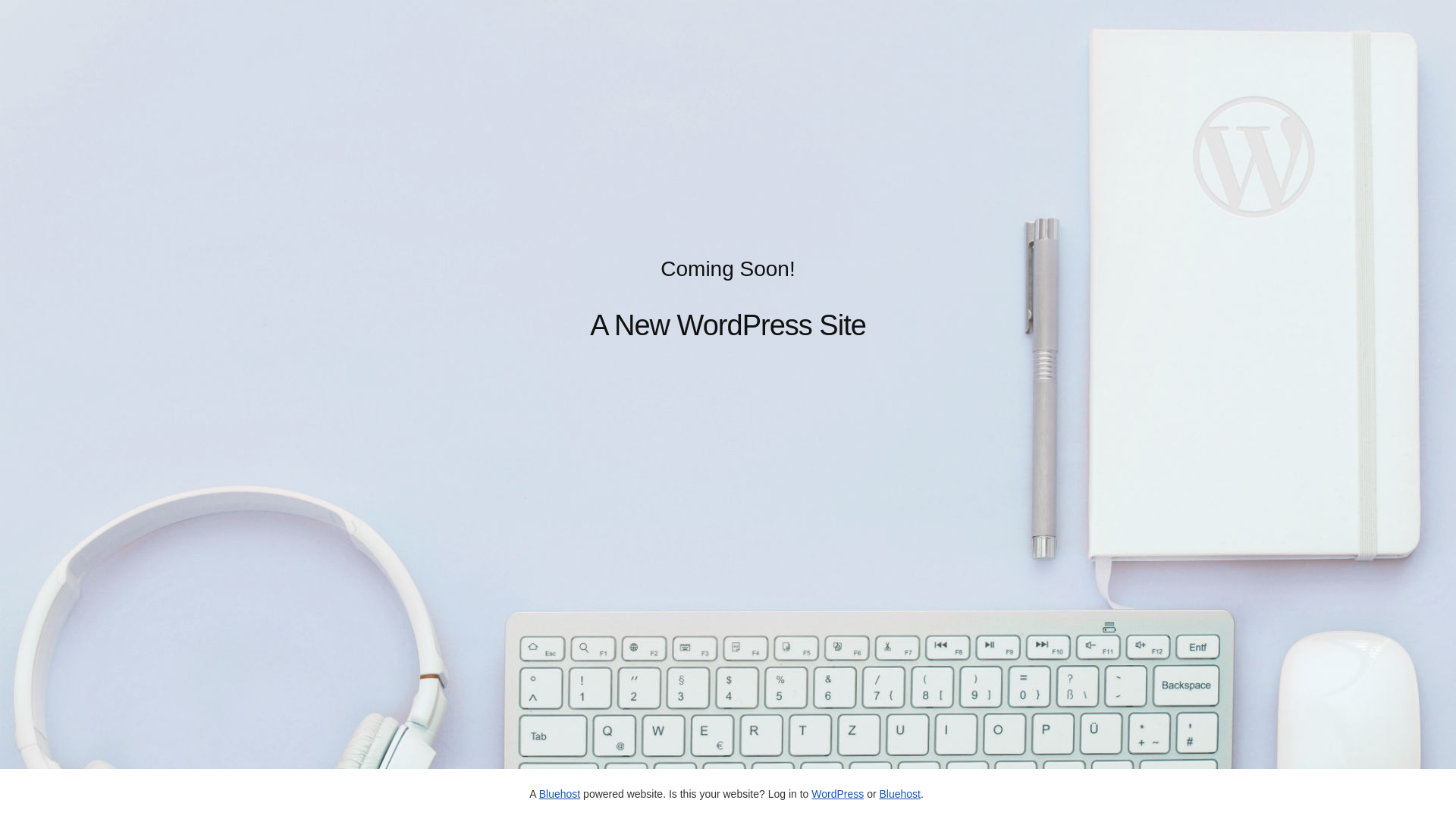 This screenshot has height=819, width=1456. What do you see at coordinates (836, 792) in the screenshot?
I see `'WordPress'` at bounding box center [836, 792].